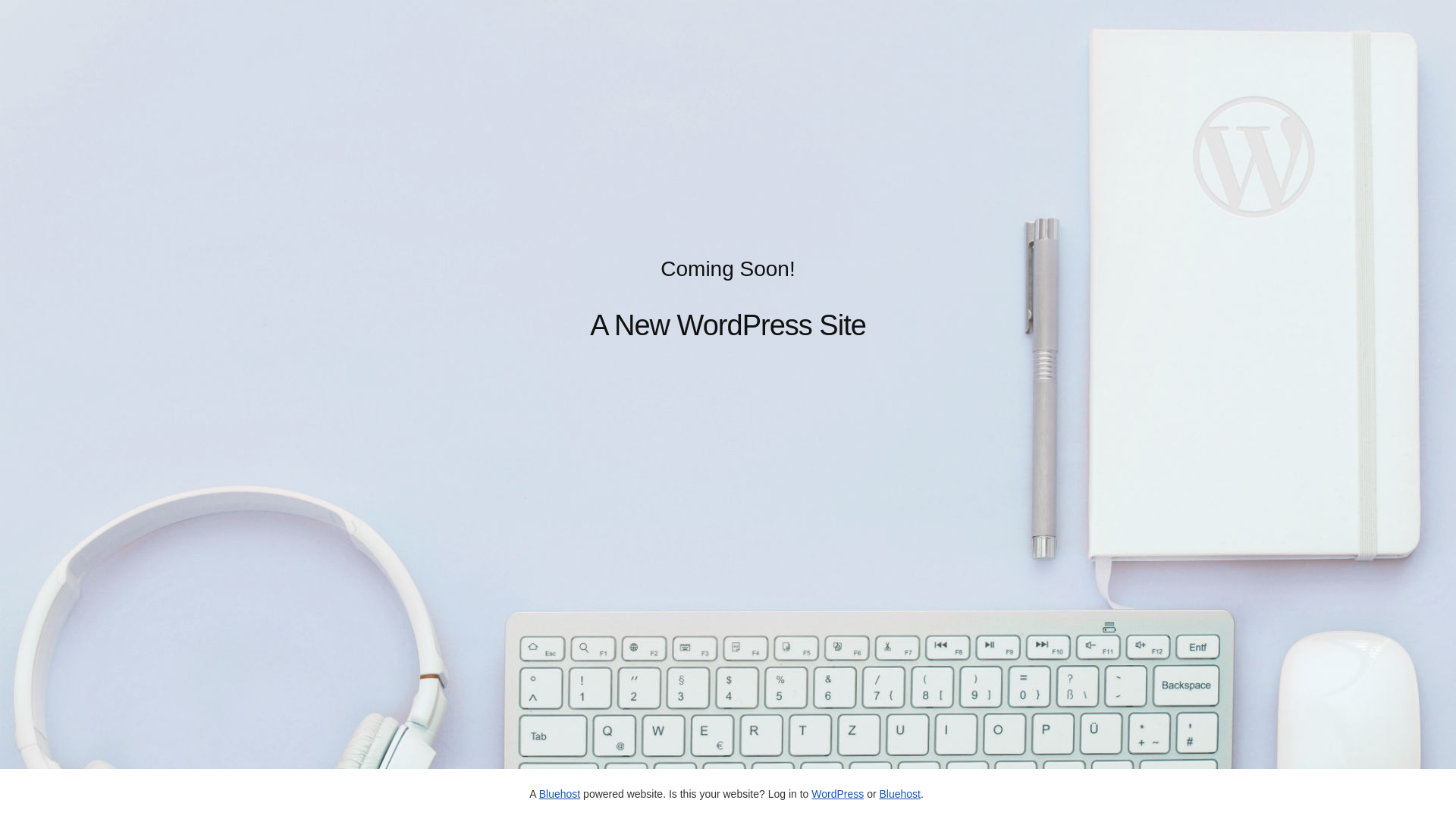 This screenshot has height=819, width=1456. What do you see at coordinates (836, 792) in the screenshot?
I see `'WordPress'` at bounding box center [836, 792].